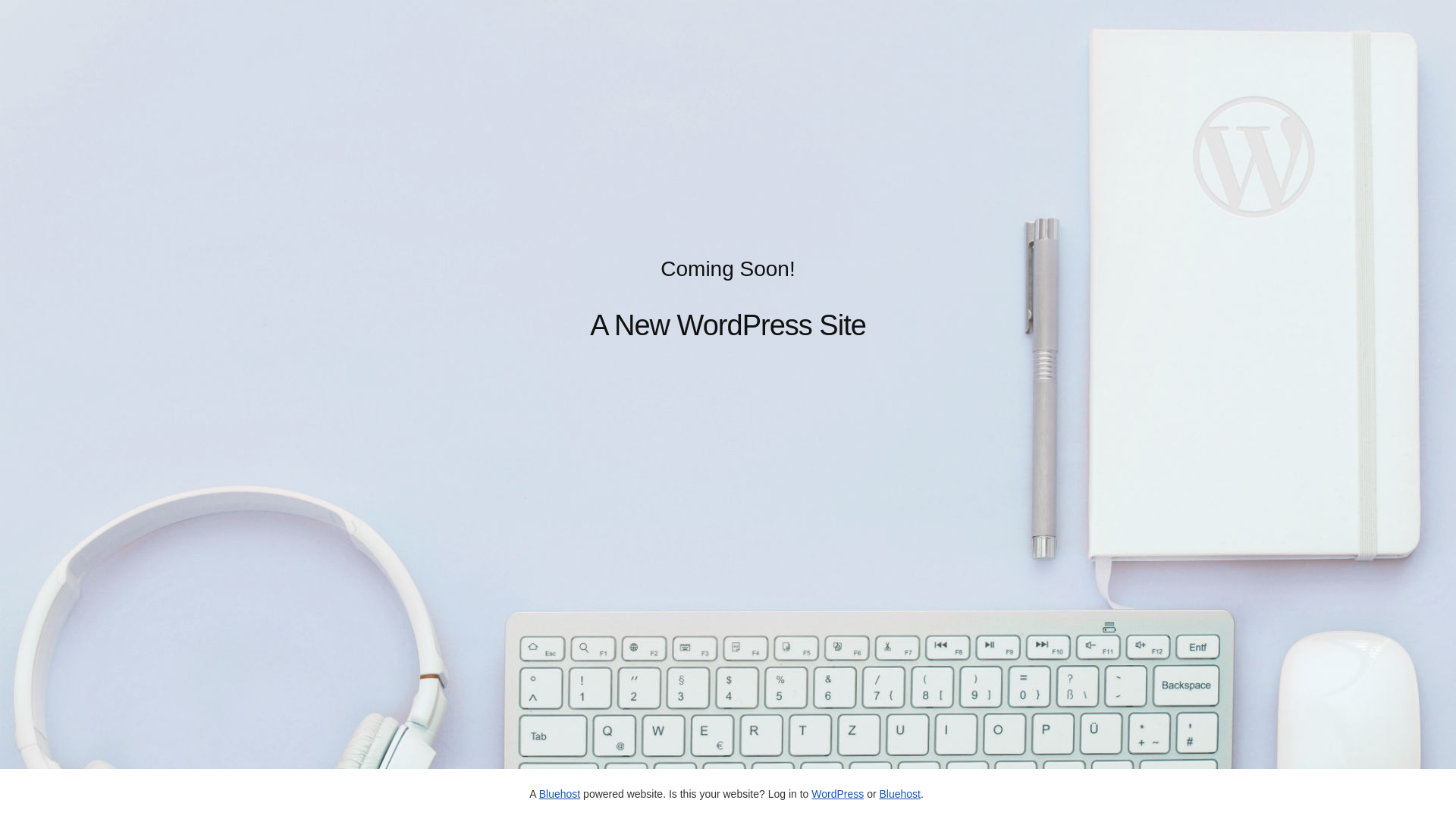 This screenshot has height=819, width=1456. What do you see at coordinates (836, 792) in the screenshot?
I see `'WordPress'` at bounding box center [836, 792].